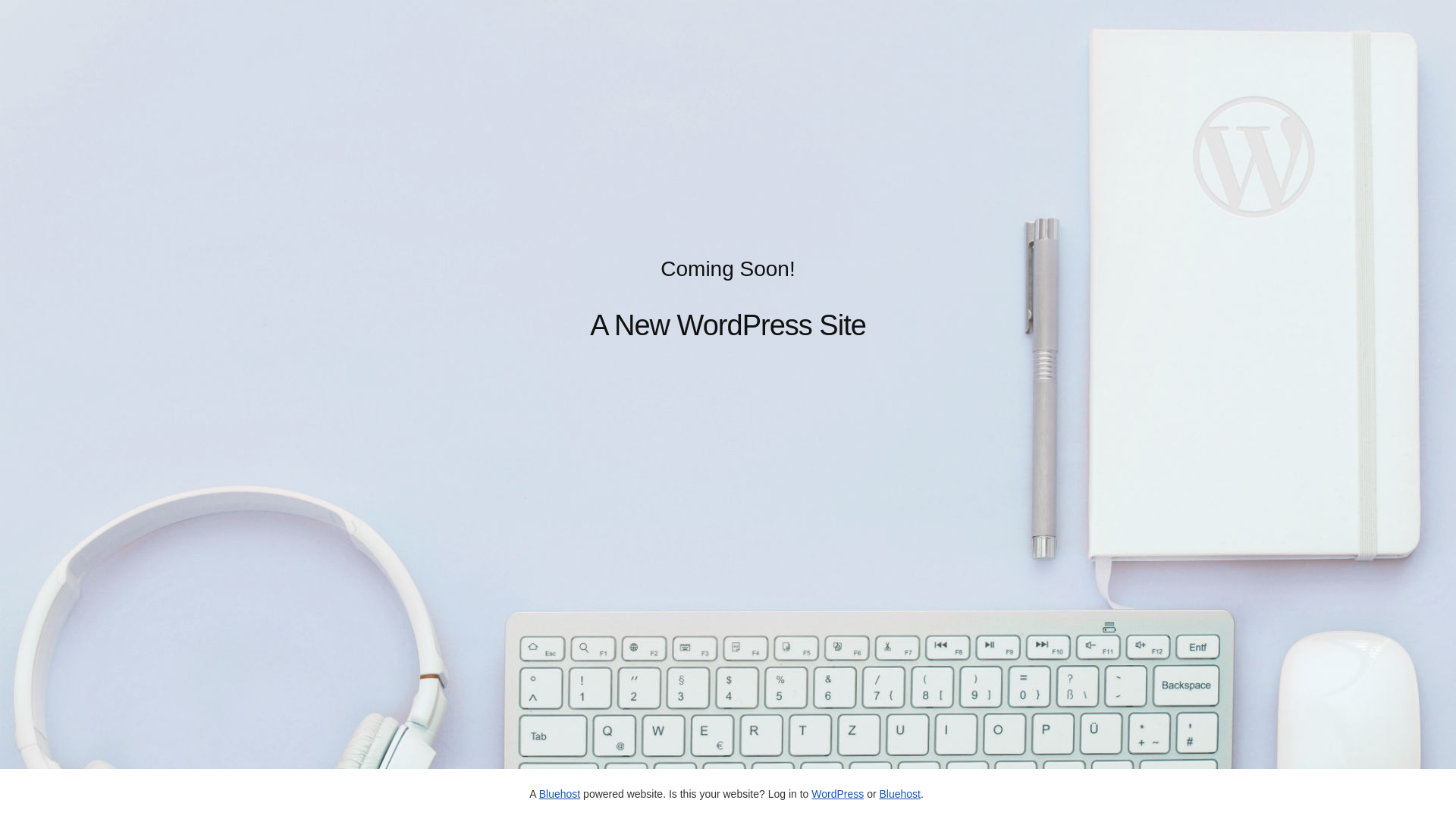 This screenshot has height=819, width=1456. What do you see at coordinates (836, 792) in the screenshot?
I see `'WordPress'` at bounding box center [836, 792].